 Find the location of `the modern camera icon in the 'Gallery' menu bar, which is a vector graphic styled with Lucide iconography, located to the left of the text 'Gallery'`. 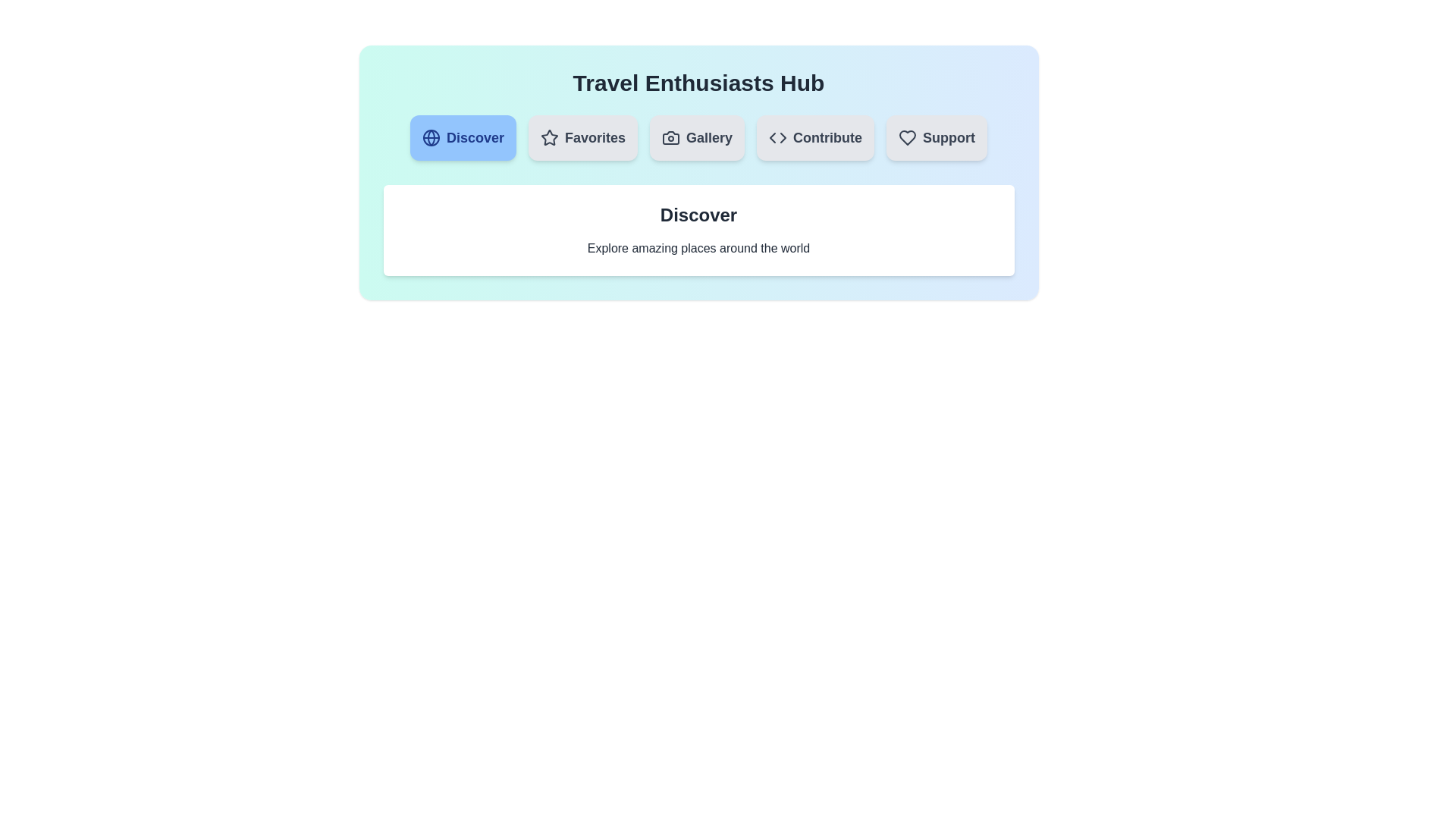

the modern camera icon in the 'Gallery' menu bar, which is a vector graphic styled with Lucide iconography, located to the left of the text 'Gallery' is located at coordinates (670, 137).